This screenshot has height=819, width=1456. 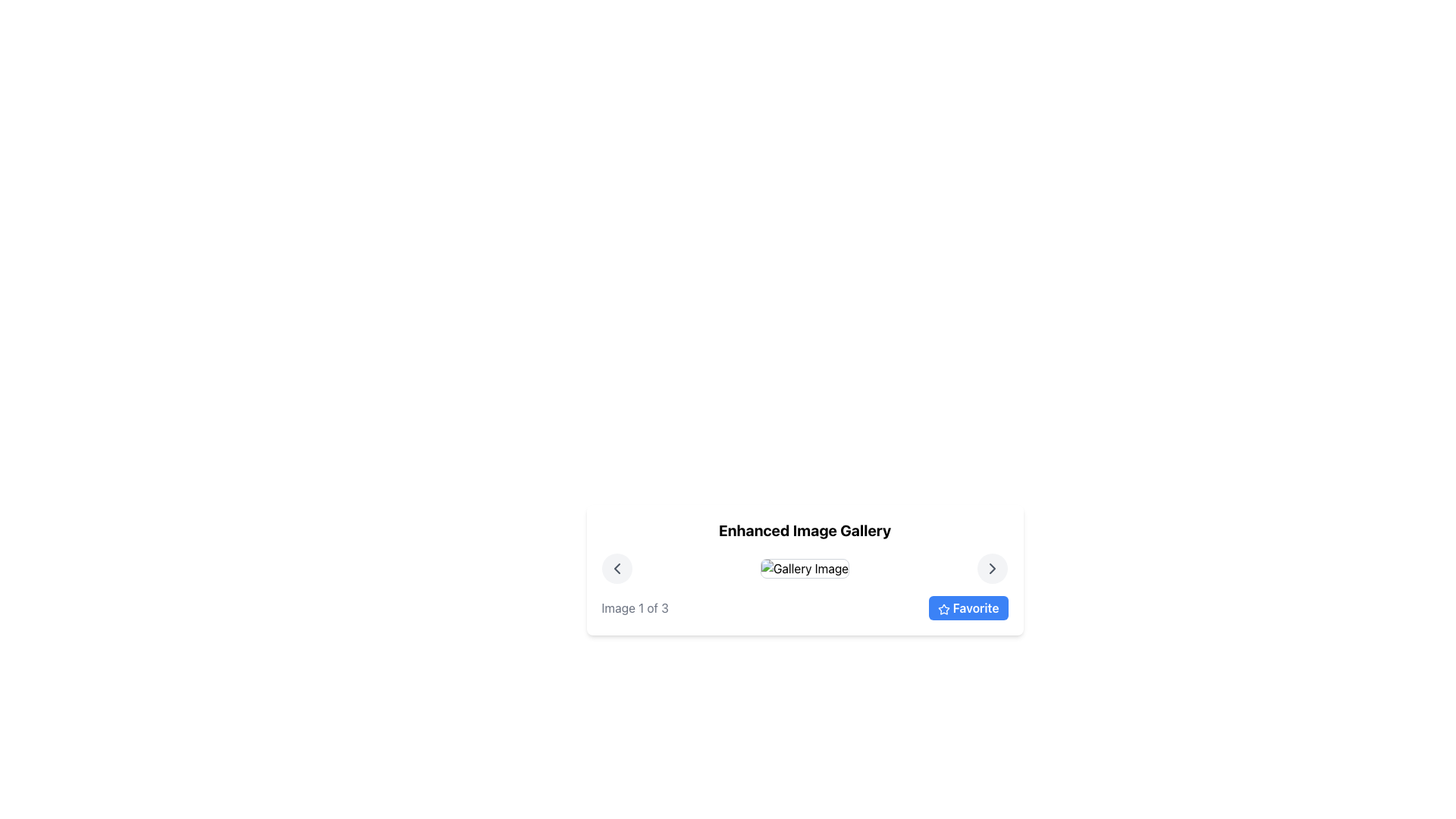 I want to click on the right-facing arrow SVG icon within the circular light gray button located at the right edge of the control bar, so click(x=993, y=568).